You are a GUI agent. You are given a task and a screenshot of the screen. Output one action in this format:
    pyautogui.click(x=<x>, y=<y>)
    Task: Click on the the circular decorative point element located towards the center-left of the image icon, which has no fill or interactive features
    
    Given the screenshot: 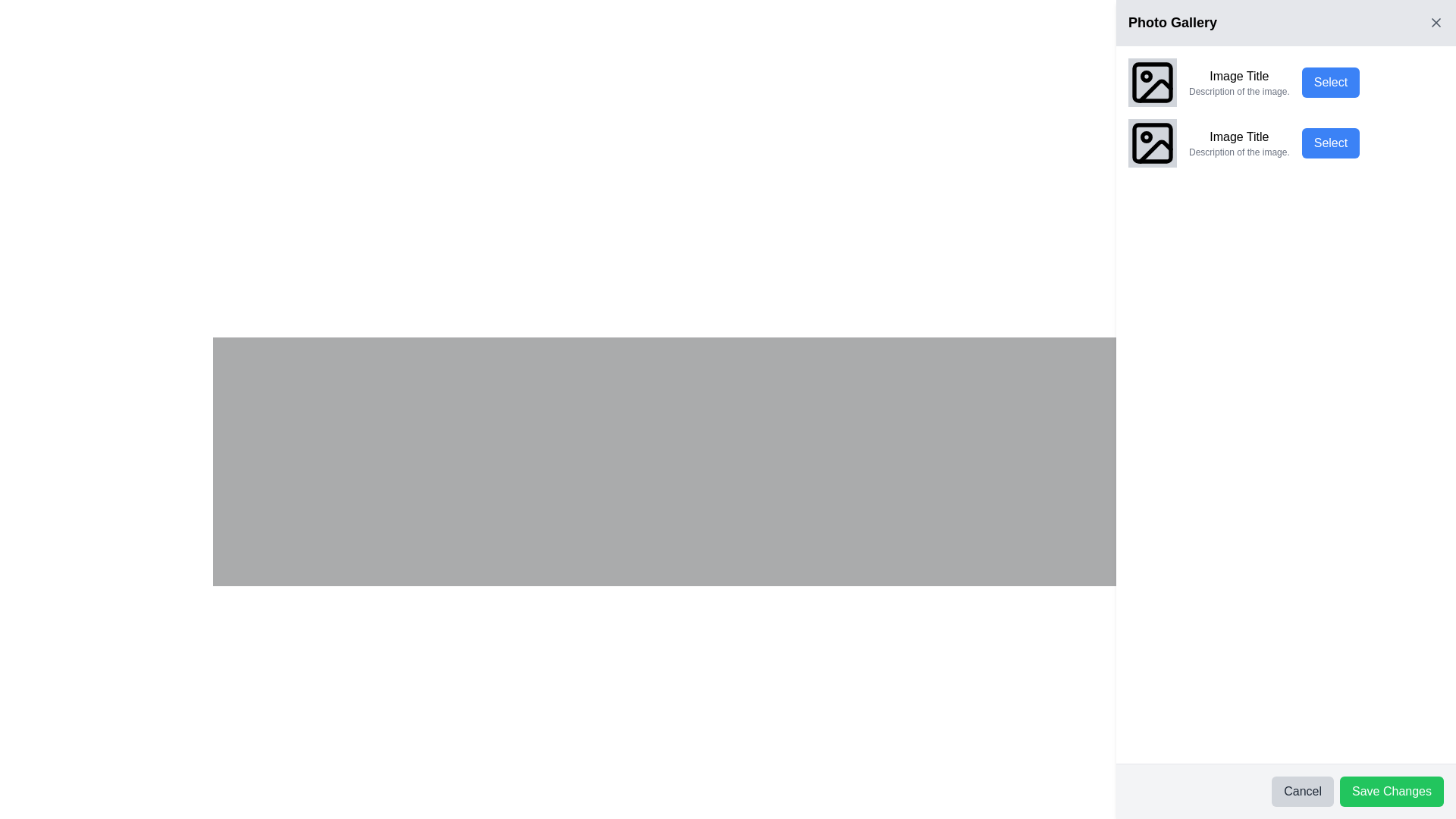 What is the action you would take?
    pyautogui.click(x=1147, y=137)
    